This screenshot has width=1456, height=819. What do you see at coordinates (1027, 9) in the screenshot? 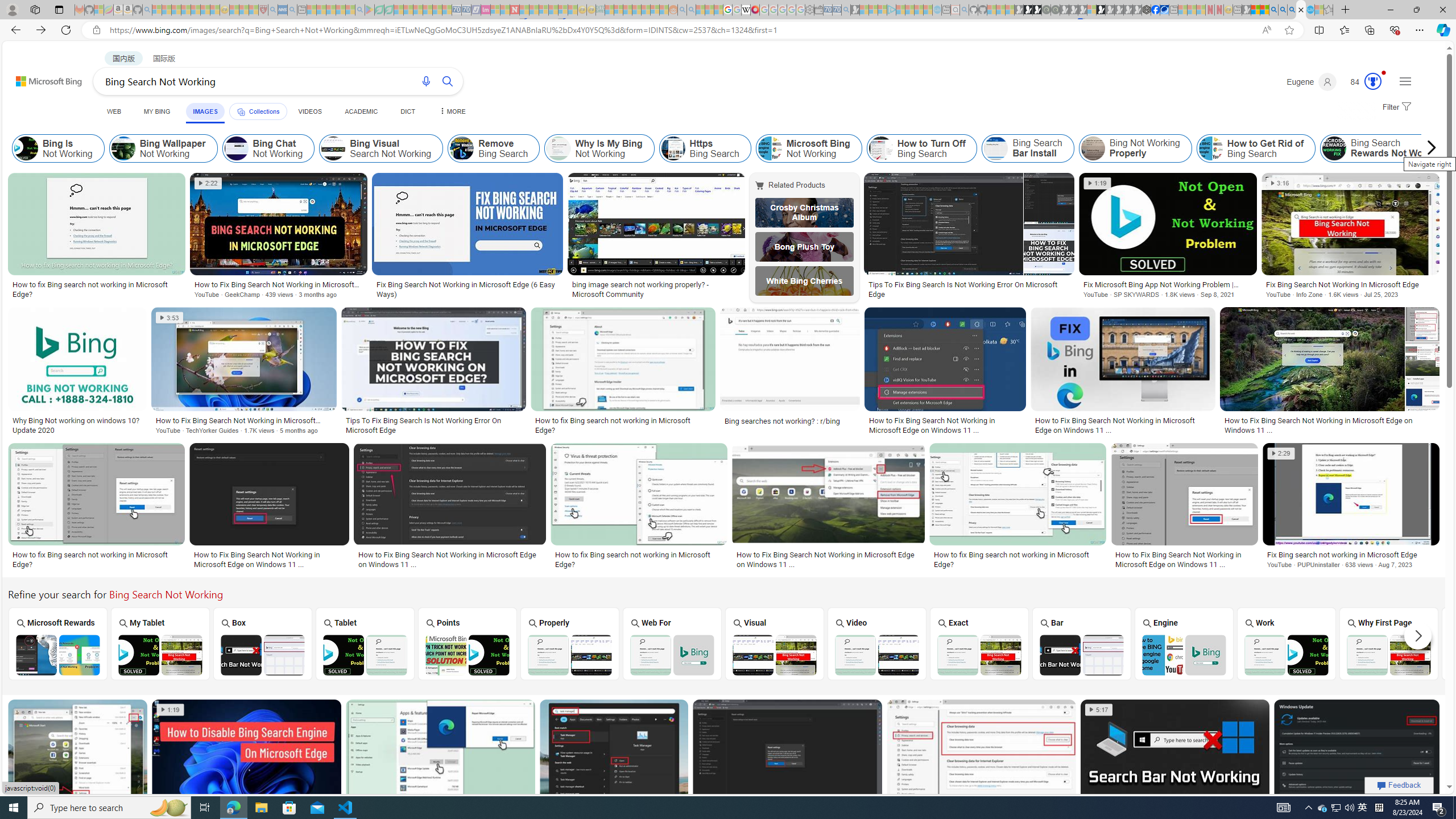
I see `'Play Zoo Boom in your browser | Games from Microsoft Start'` at bounding box center [1027, 9].